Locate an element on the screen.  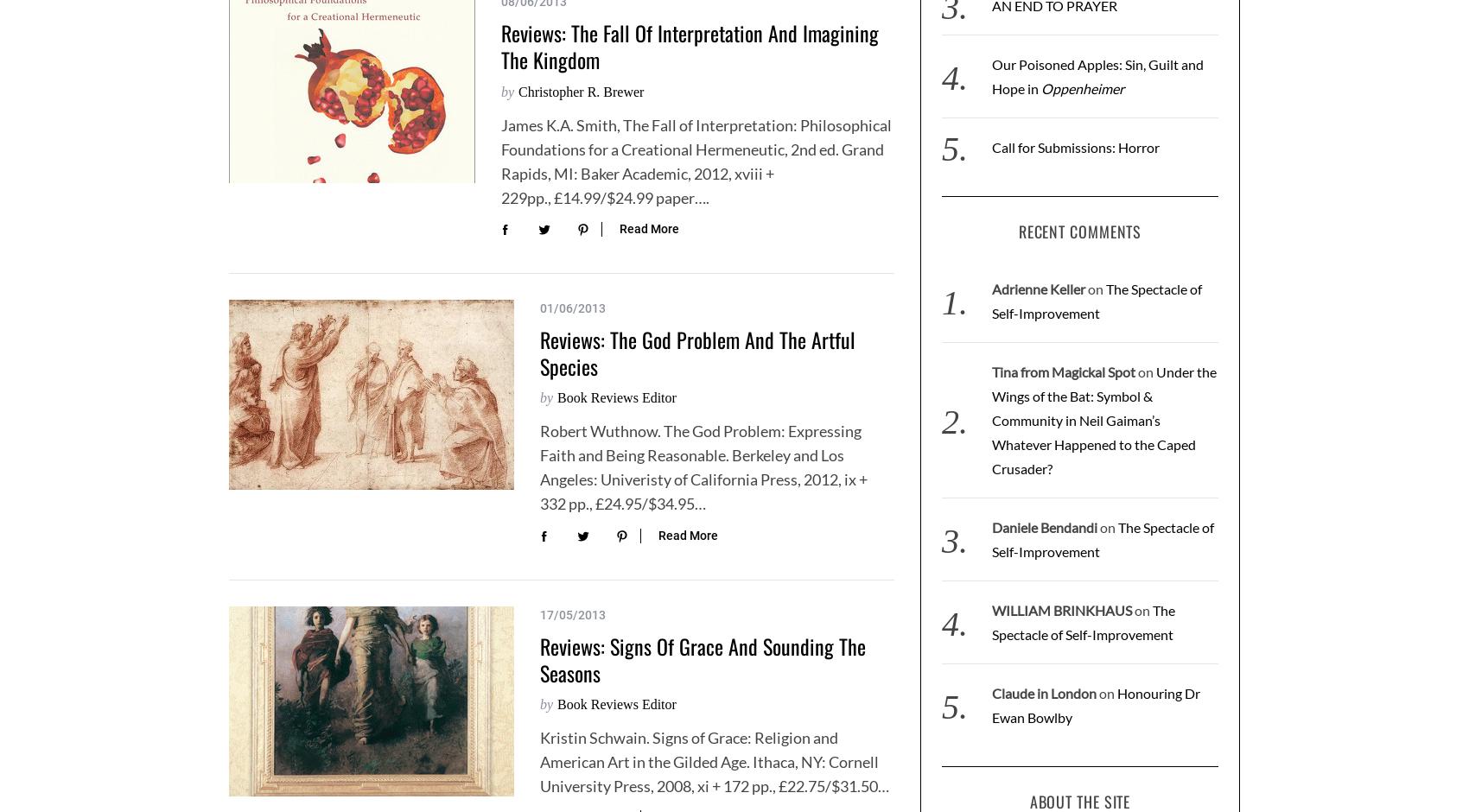
'Claude in London' is located at coordinates (1042, 693).